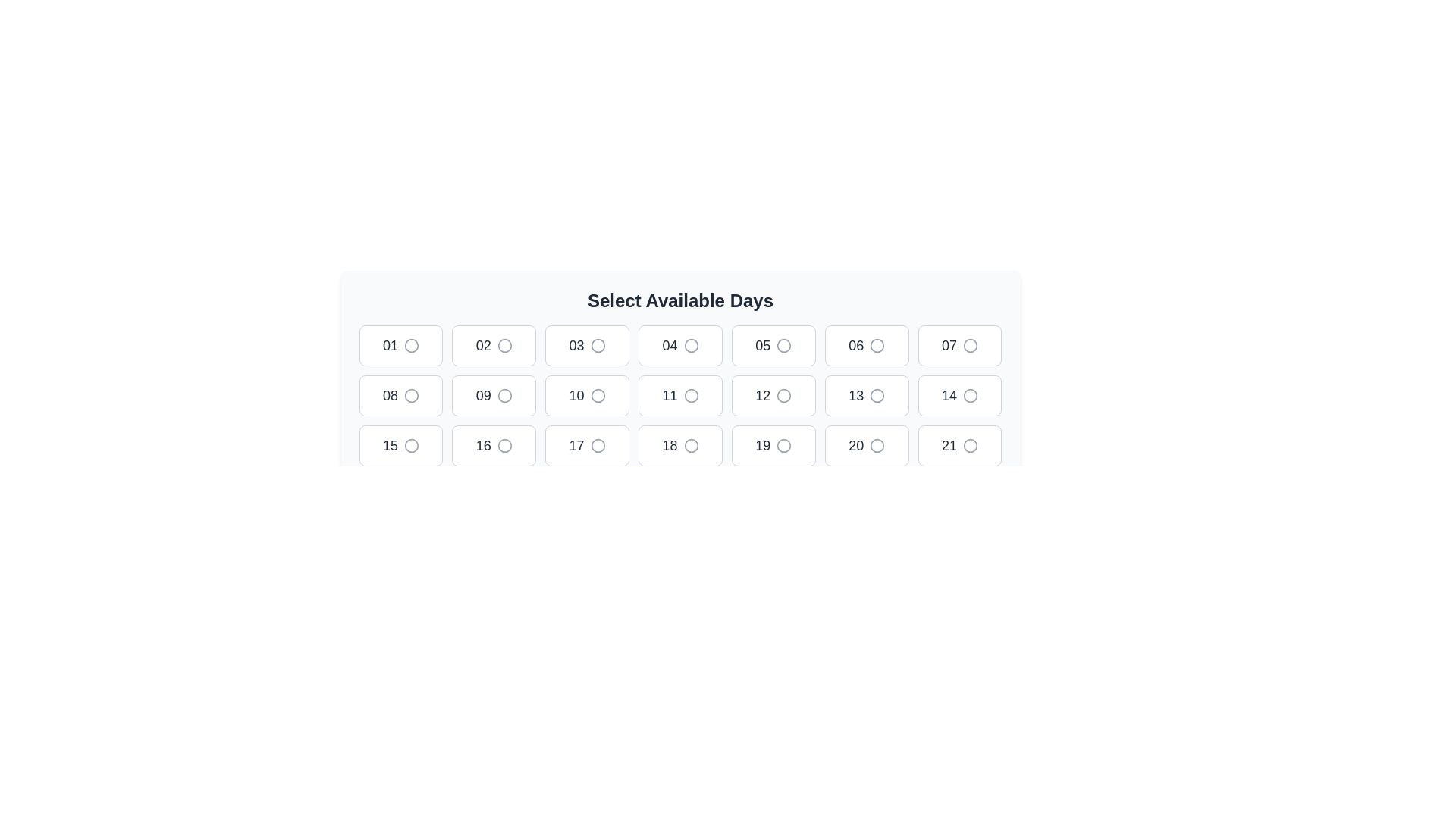 The width and height of the screenshot is (1456, 819). What do you see at coordinates (690, 394) in the screenshot?
I see `the circular decorative icon adjacent to the text '11' in the calendar grid` at bounding box center [690, 394].